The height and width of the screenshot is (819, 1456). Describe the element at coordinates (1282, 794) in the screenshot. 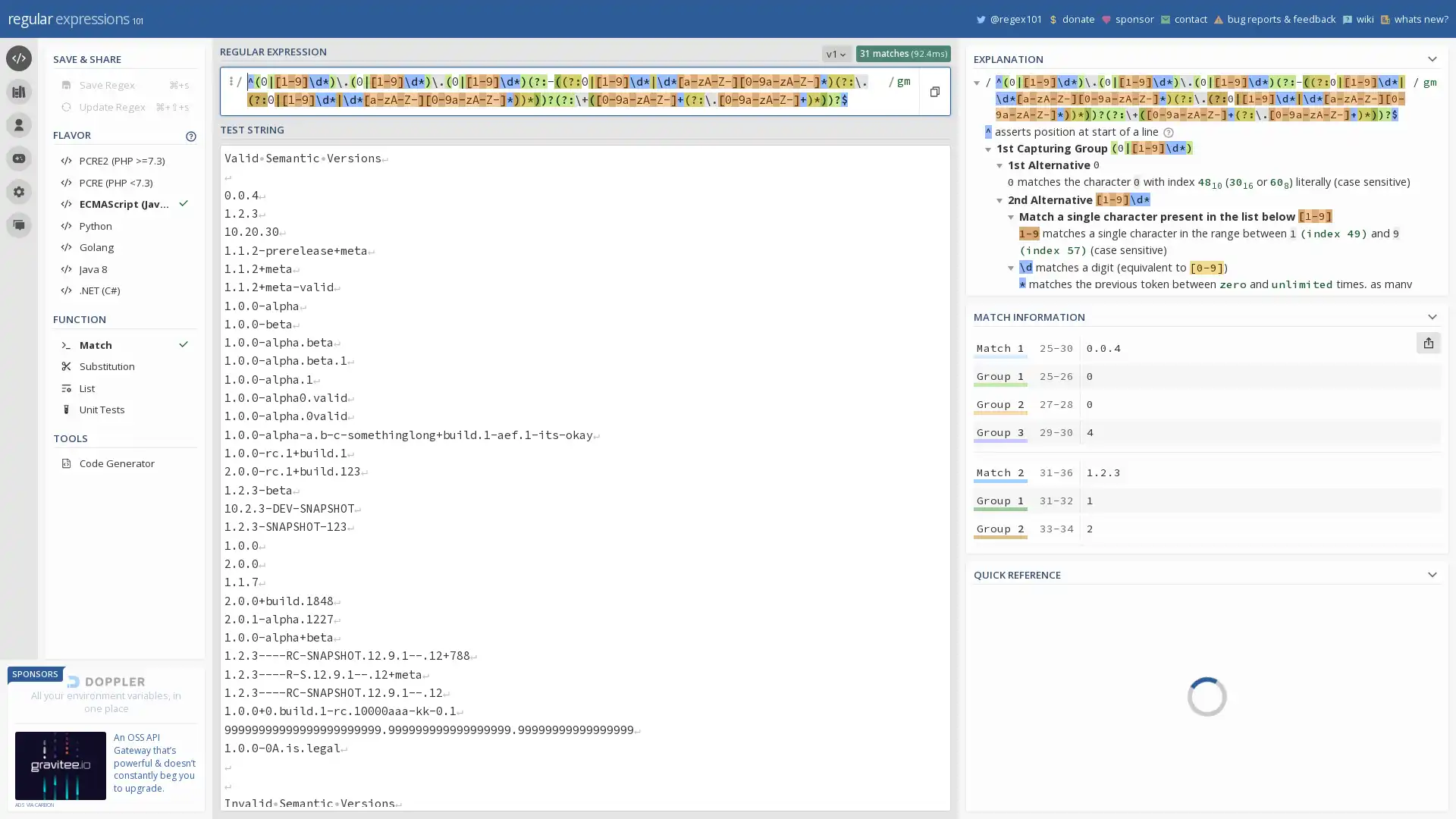

I see `Any digit \d` at that location.